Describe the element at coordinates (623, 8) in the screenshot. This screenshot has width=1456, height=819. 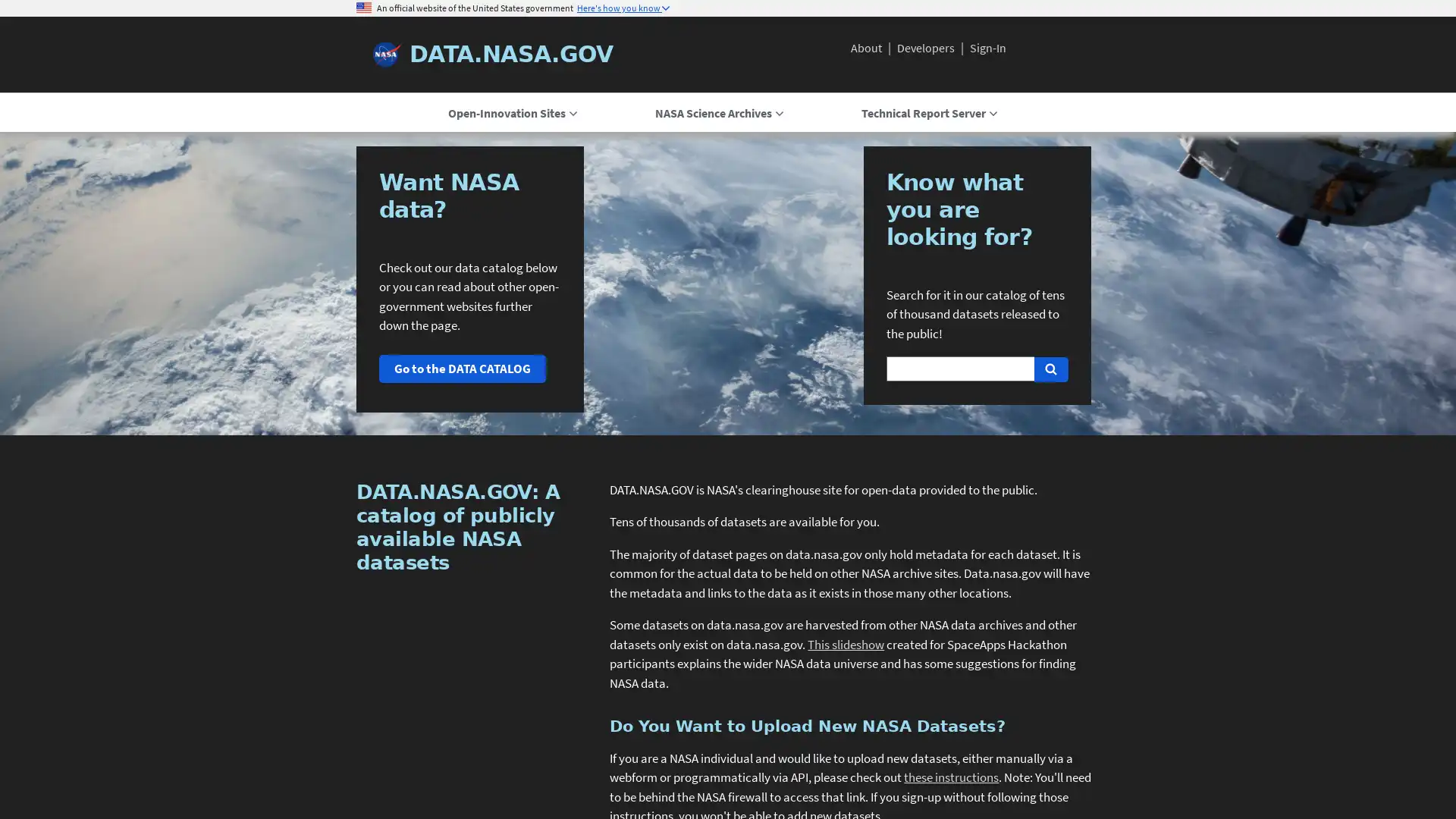
I see `Here's how you know` at that location.